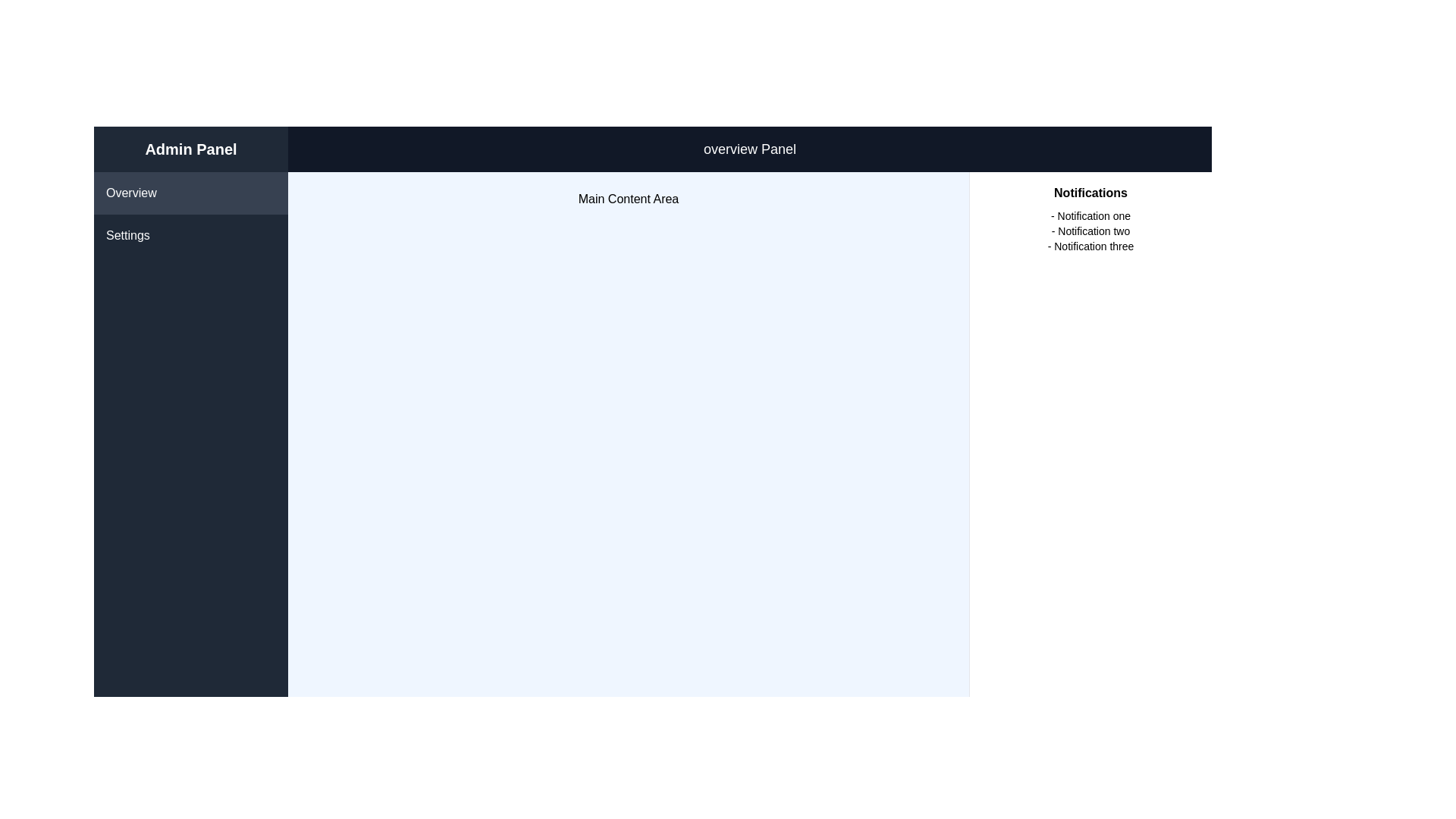  What do you see at coordinates (190, 192) in the screenshot?
I see `the 'Overview' button located in the Admin Panel sidebar` at bounding box center [190, 192].